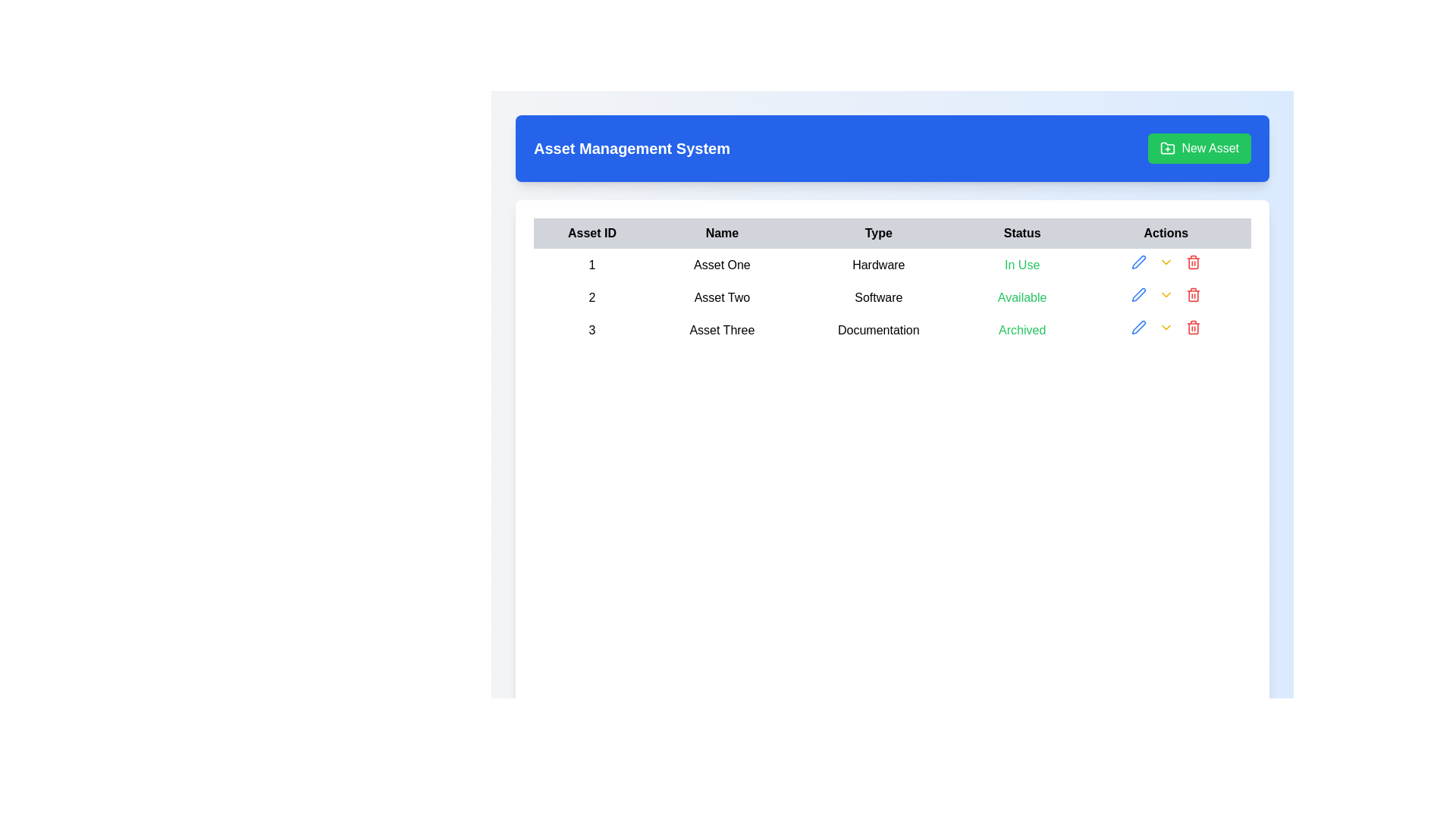 Image resolution: width=1456 pixels, height=819 pixels. I want to click on the Text label displaying the asset ID in the first column of the second row under the heading 'Asset ID', located to the left of 'Asset Two' and above the numeral '3', so click(591, 297).